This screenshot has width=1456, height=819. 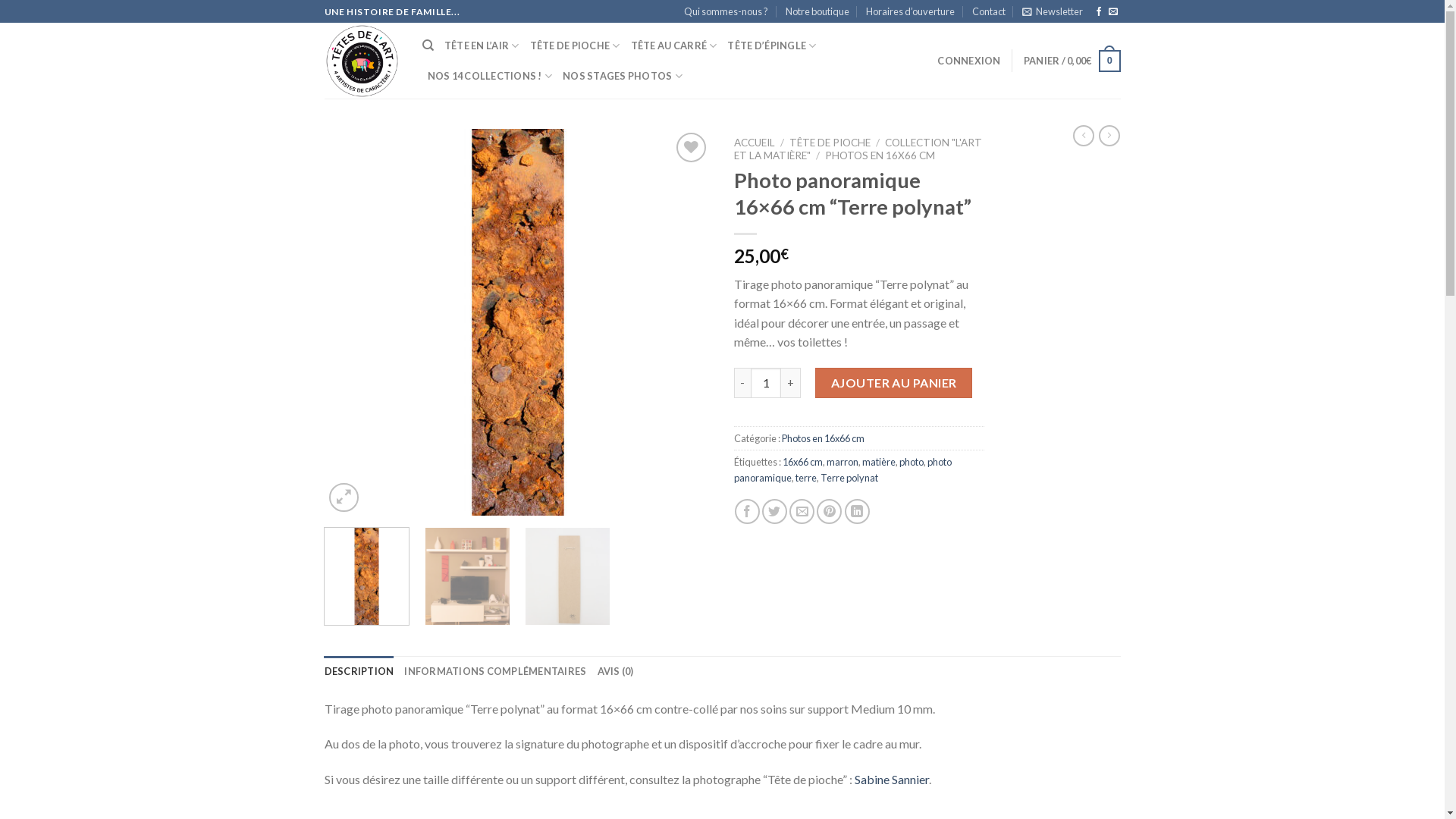 I want to click on 'Zoom', so click(x=343, y=497).